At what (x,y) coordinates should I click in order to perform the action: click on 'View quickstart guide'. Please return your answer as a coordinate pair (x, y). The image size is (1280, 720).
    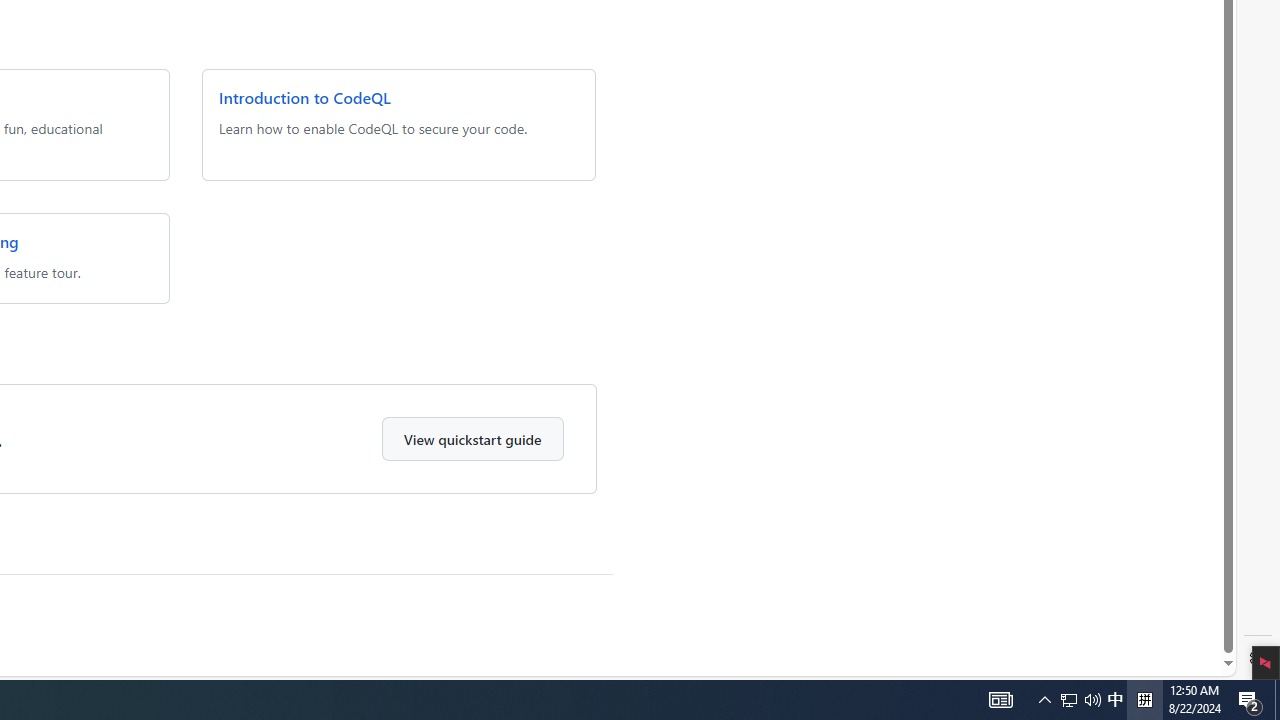
    Looking at the image, I should click on (471, 437).